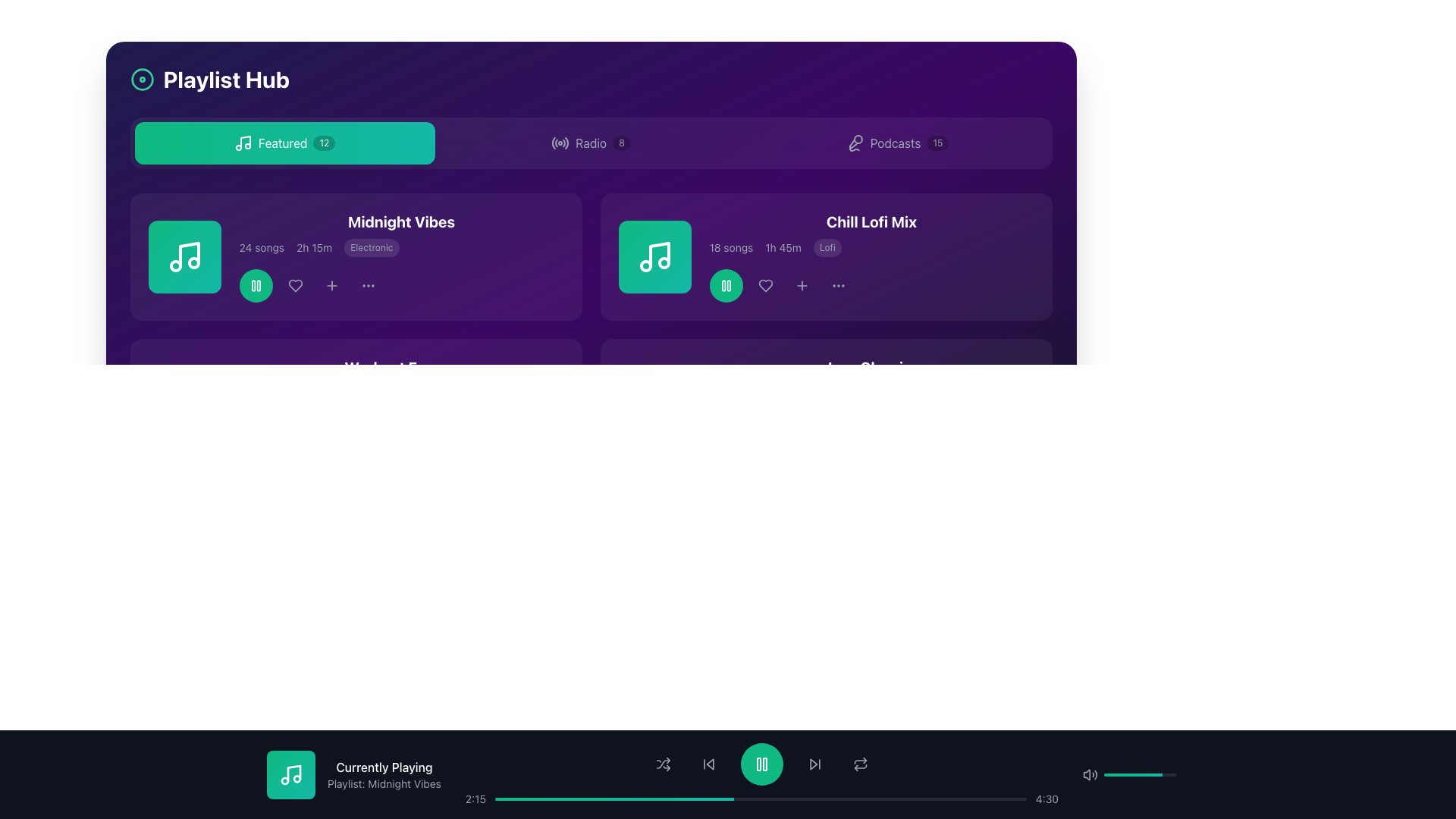 The height and width of the screenshot is (819, 1456). Describe the element at coordinates (401, 431) in the screenshot. I see `the timeline on the Media control bar` at that location.